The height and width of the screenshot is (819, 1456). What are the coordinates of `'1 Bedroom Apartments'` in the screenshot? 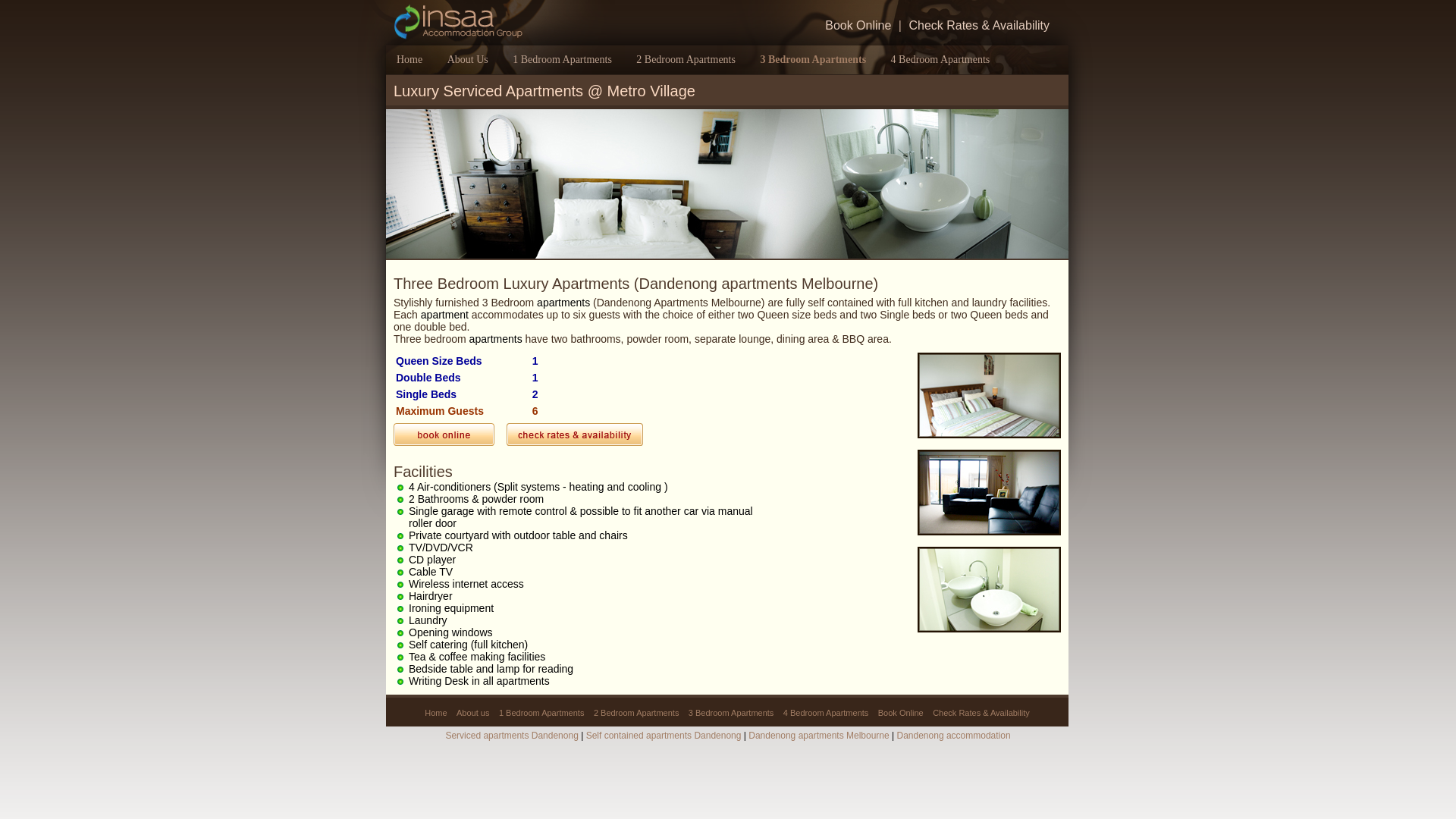 It's located at (561, 58).